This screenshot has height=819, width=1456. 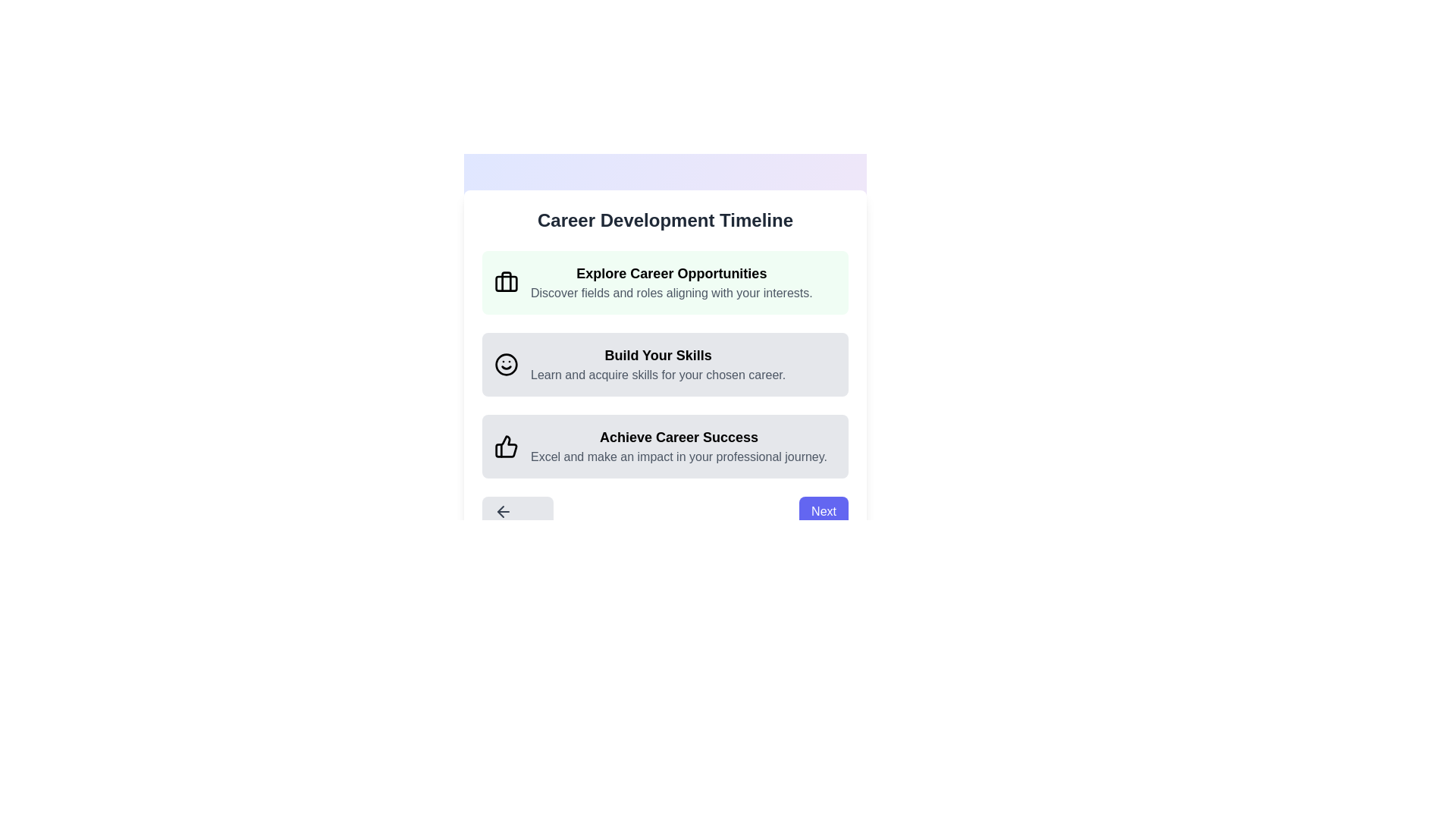 I want to click on the navigation button to move to the Next step, so click(x=823, y=519).